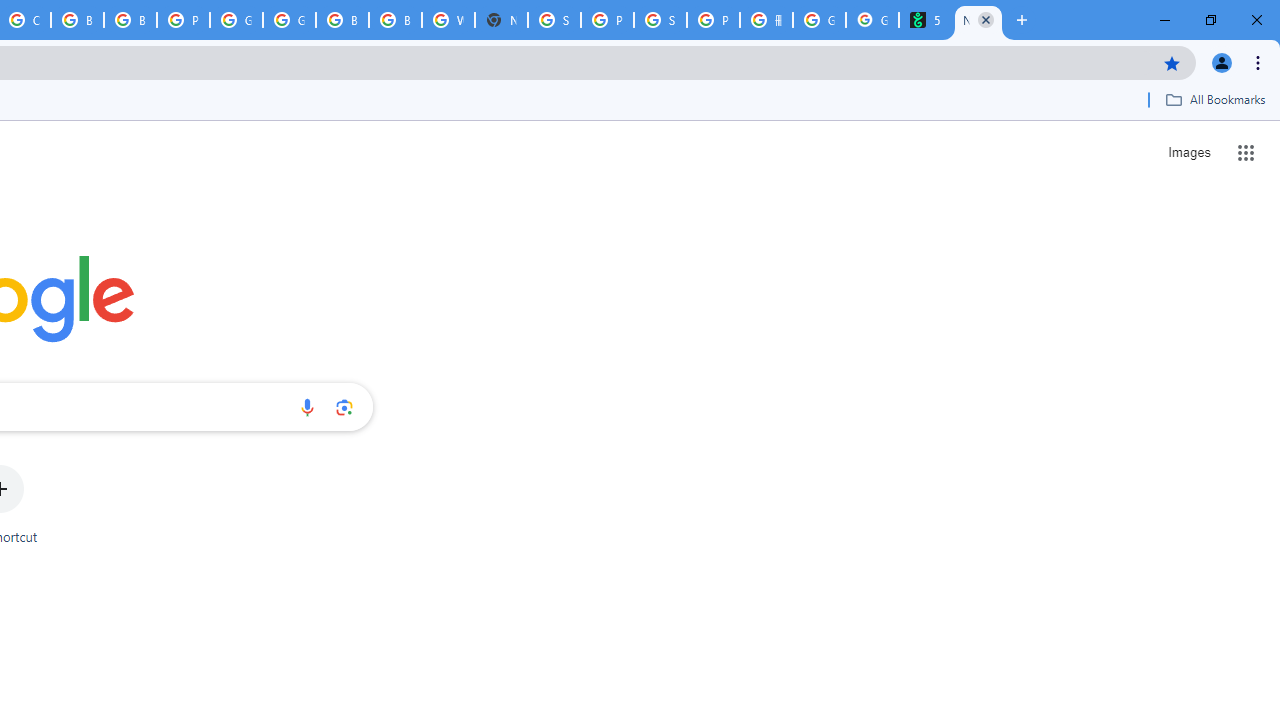 This screenshot has width=1280, height=720. Describe the element at coordinates (344, 406) in the screenshot. I see `'Search by image'` at that location.